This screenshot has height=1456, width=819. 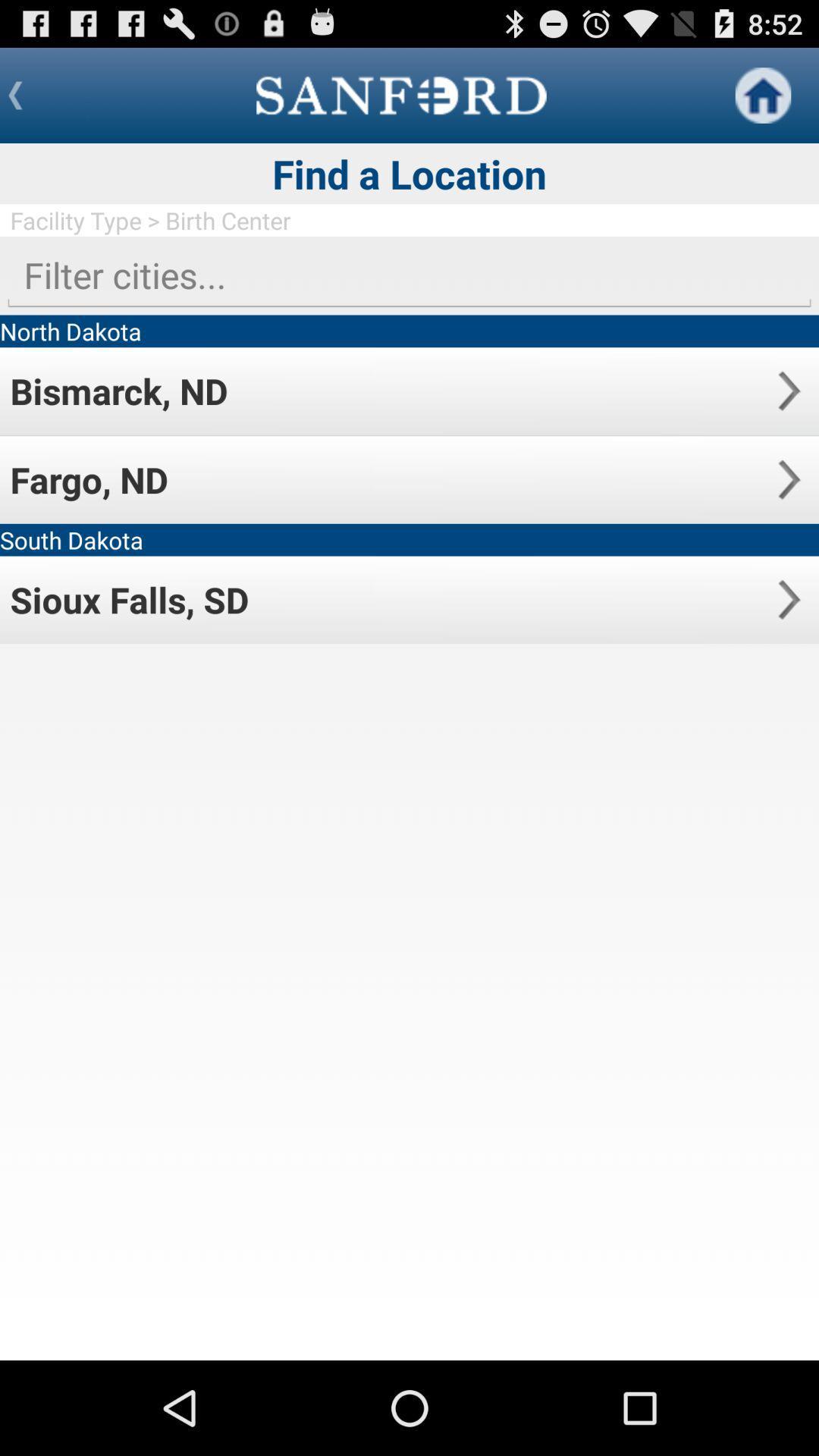 What do you see at coordinates (788, 599) in the screenshot?
I see `the side arrow beside sd` at bounding box center [788, 599].